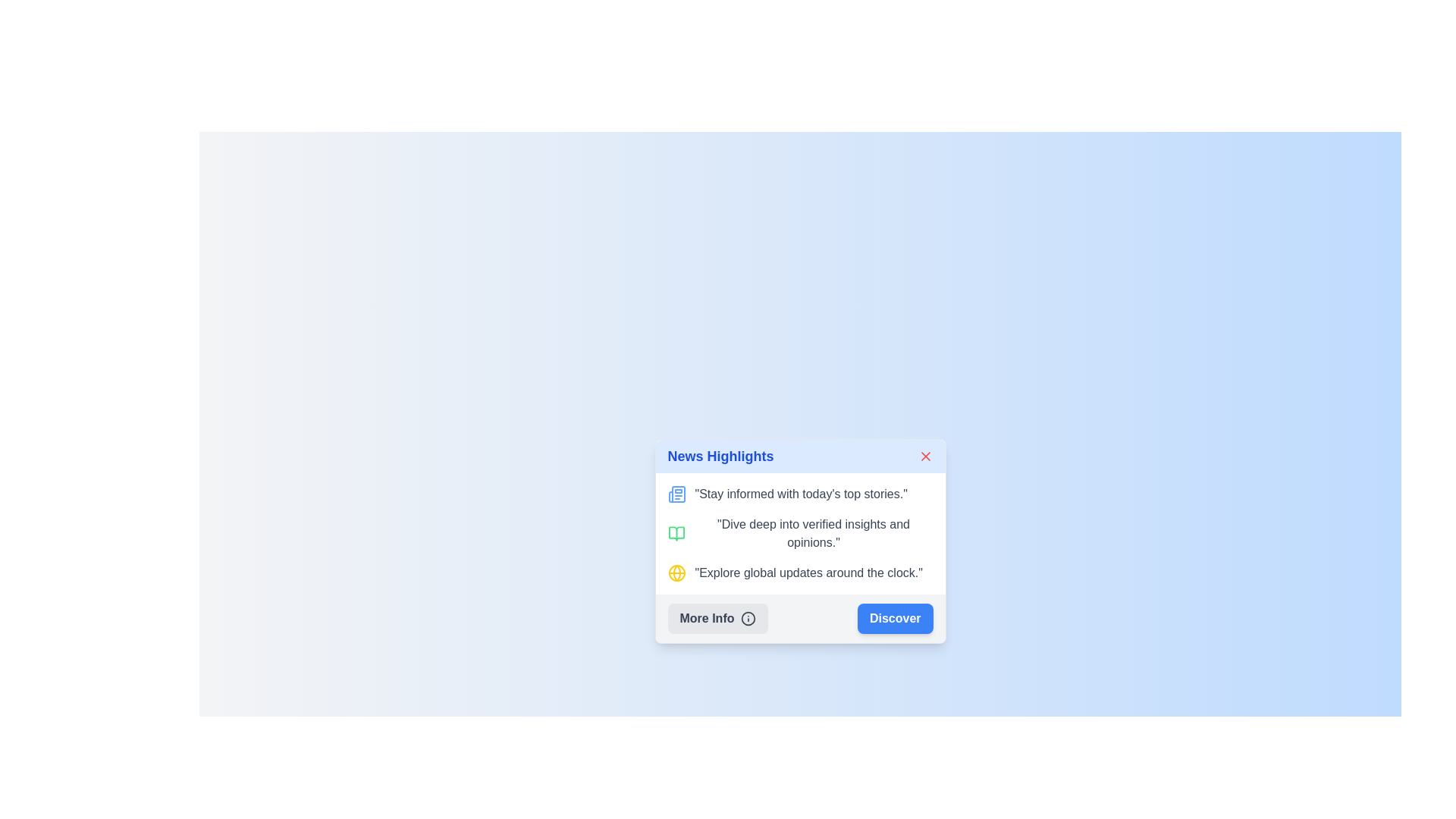  What do you see at coordinates (924, 455) in the screenshot?
I see `the red diagonal cross icon located at the upper-right corner of the 'News Highlights' card` at bounding box center [924, 455].